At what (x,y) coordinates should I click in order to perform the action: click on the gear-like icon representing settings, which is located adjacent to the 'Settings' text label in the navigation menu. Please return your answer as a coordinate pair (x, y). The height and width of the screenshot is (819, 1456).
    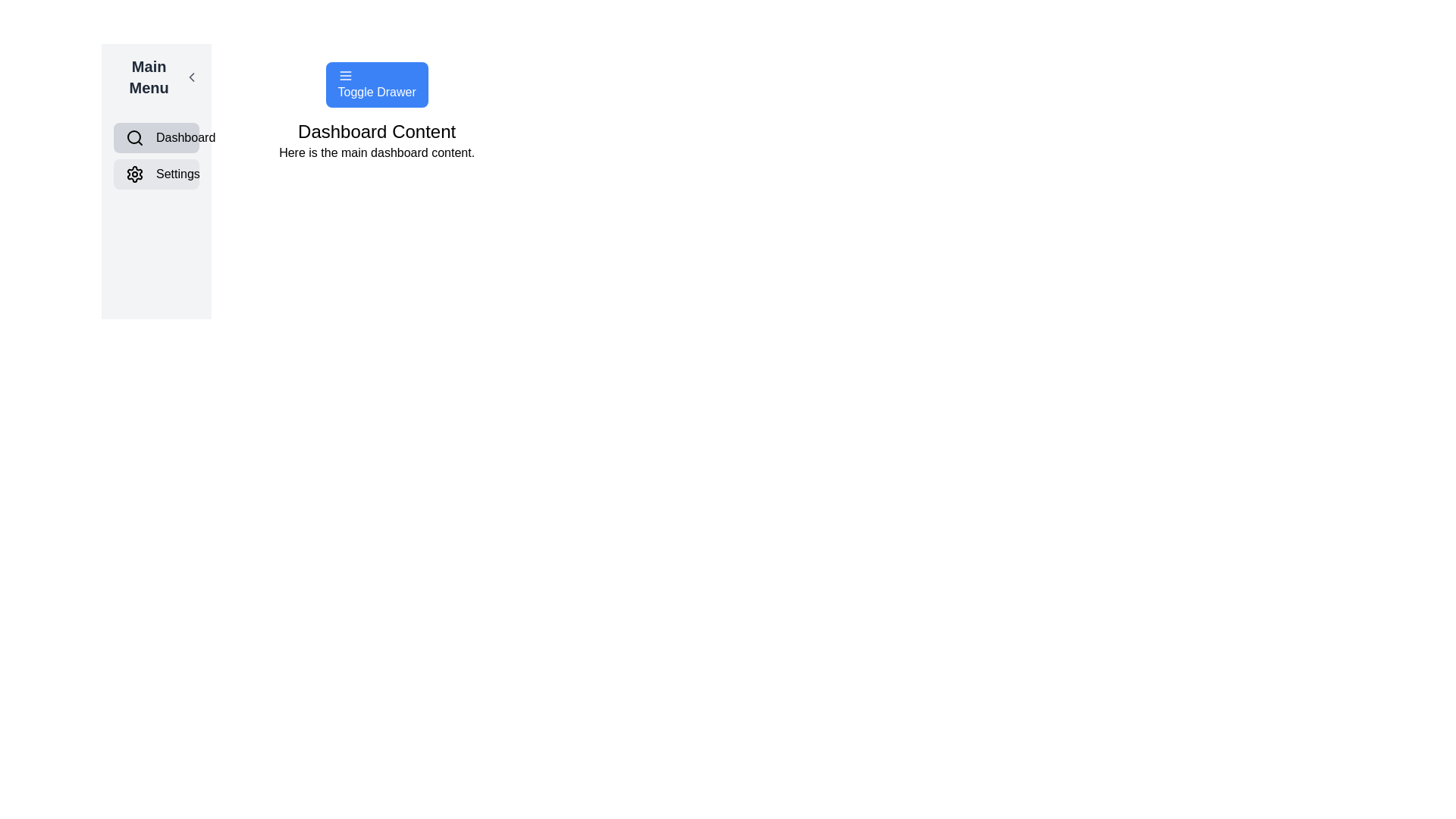
    Looking at the image, I should click on (134, 174).